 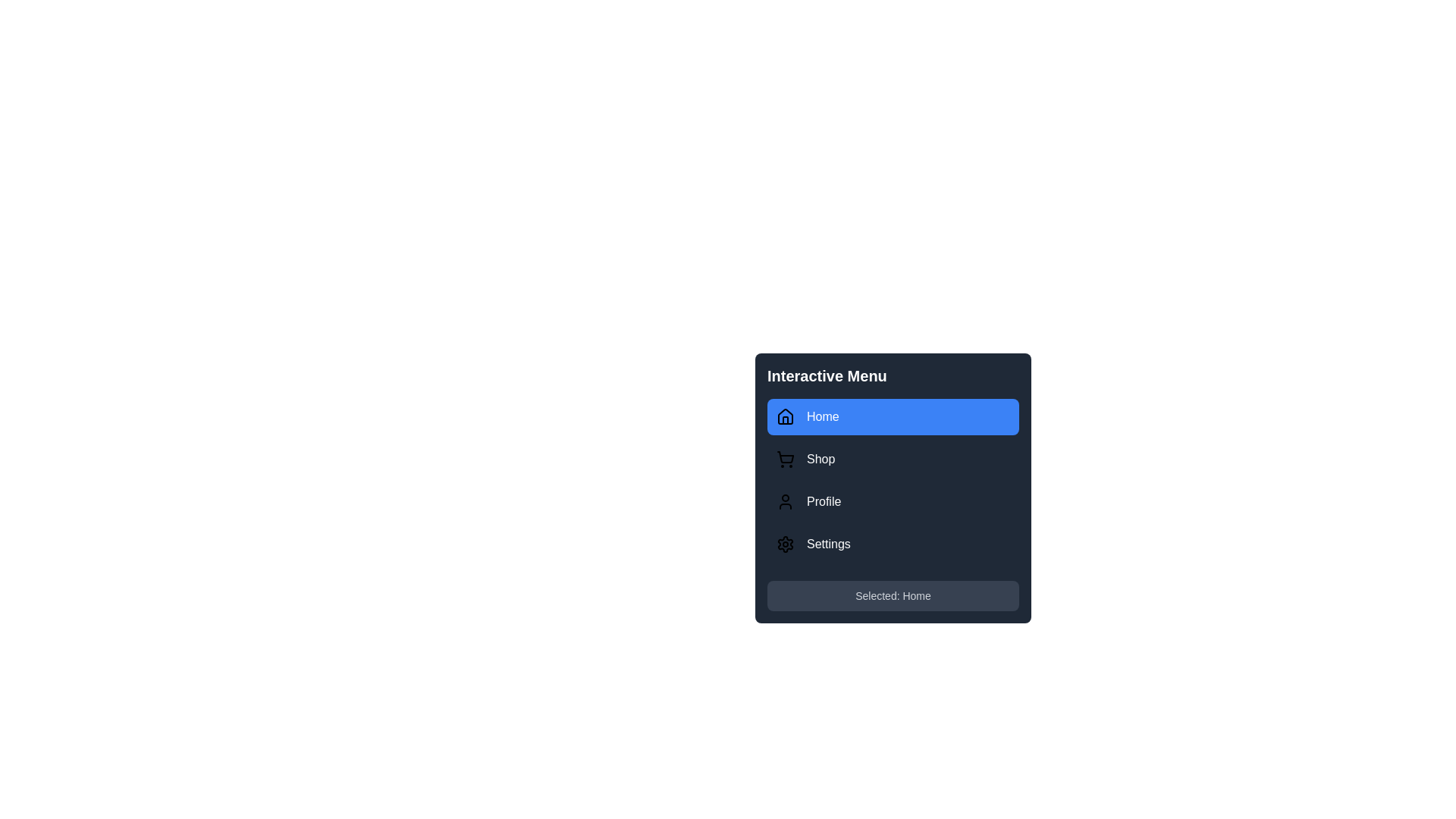 What do you see at coordinates (893, 502) in the screenshot?
I see `the 'Profile' button, which is the third item in the vertically stacked menu list, located between the 'Shop' and 'Settings' buttons` at bounding box center [893, 502].